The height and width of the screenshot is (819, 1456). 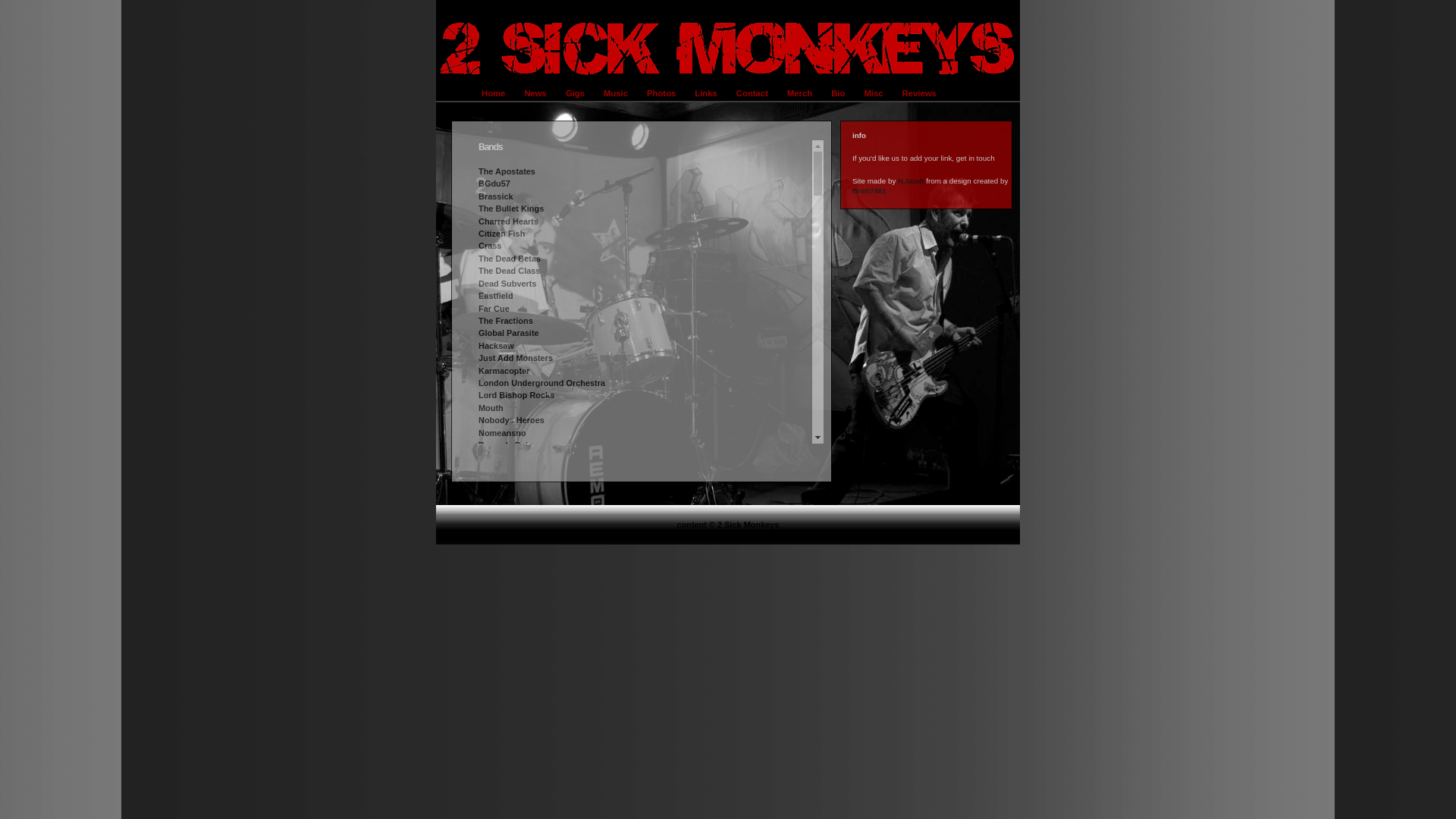 I want to click on 'The Dead Betas', so click(x=510, y=257).